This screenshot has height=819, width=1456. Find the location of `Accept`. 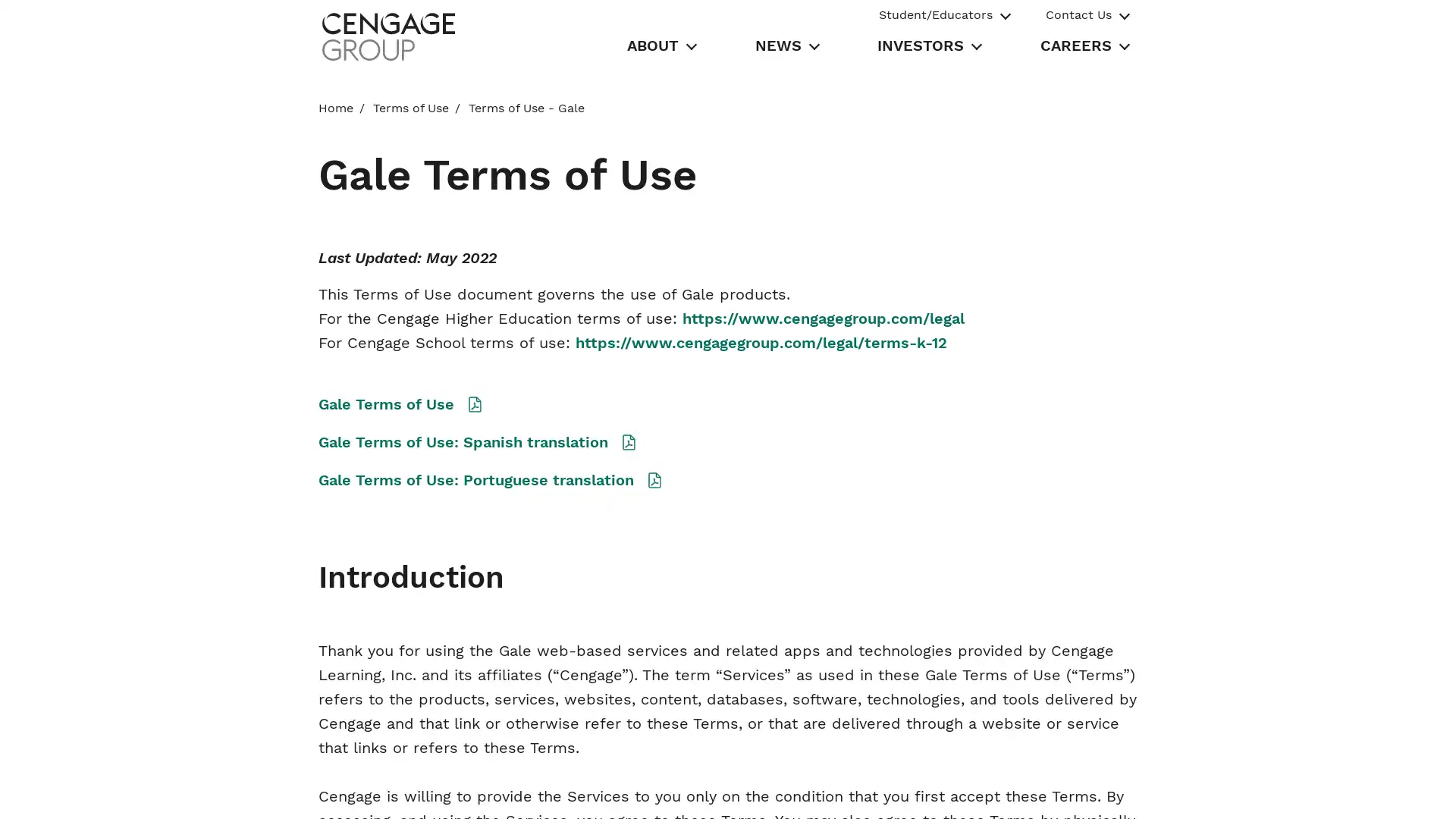

Accept is located at coordinates (1169, 789).